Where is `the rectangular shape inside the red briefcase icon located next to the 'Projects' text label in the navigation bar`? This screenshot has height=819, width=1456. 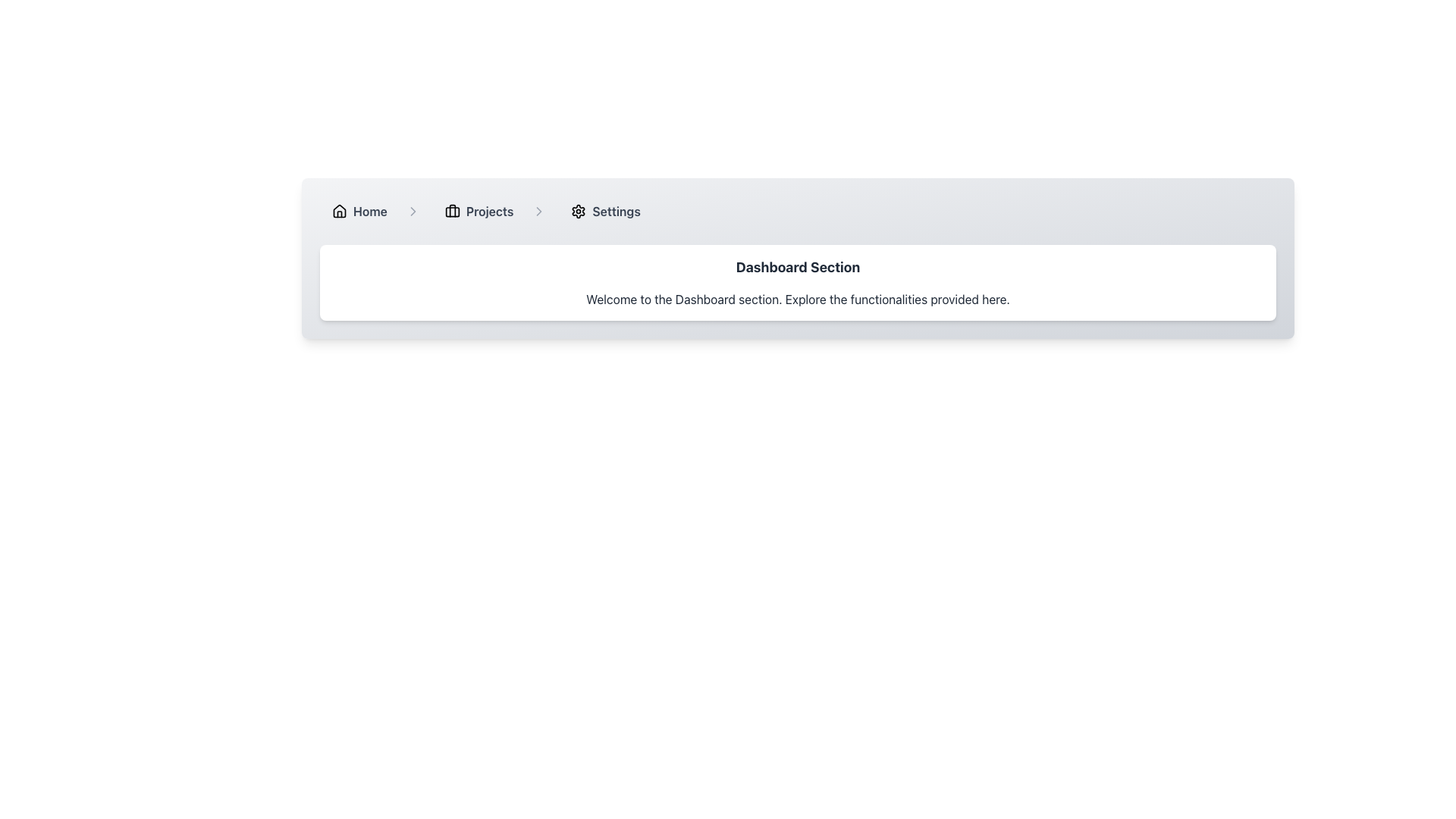
the rectangular shape inside the red briefcase icon located next to the 'Projects' text label in the navigation bar is located at coordinates (451, 212).